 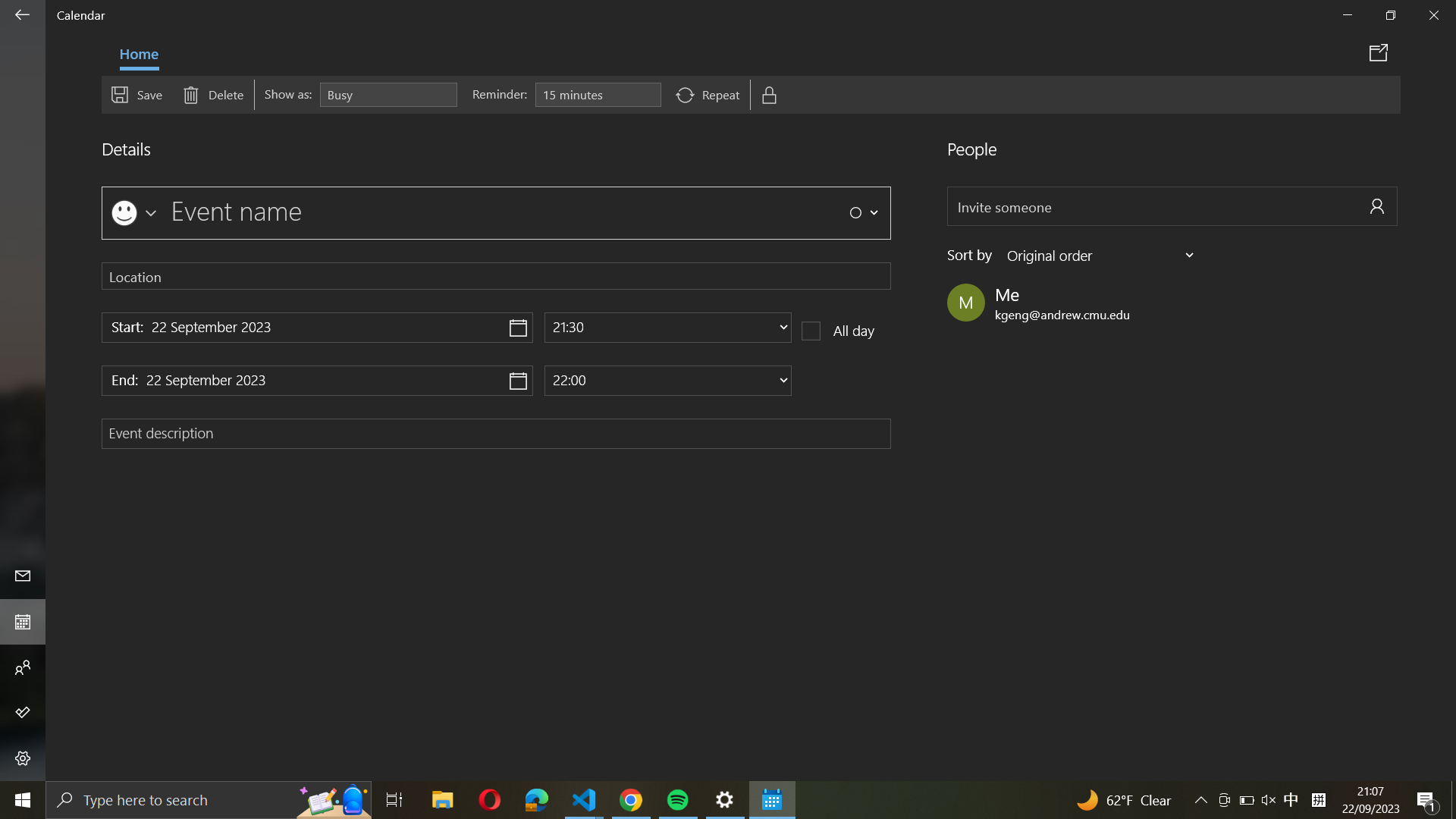 I want to click on the termination time of the function to 10:00 PM, so click(x=667, y=379).